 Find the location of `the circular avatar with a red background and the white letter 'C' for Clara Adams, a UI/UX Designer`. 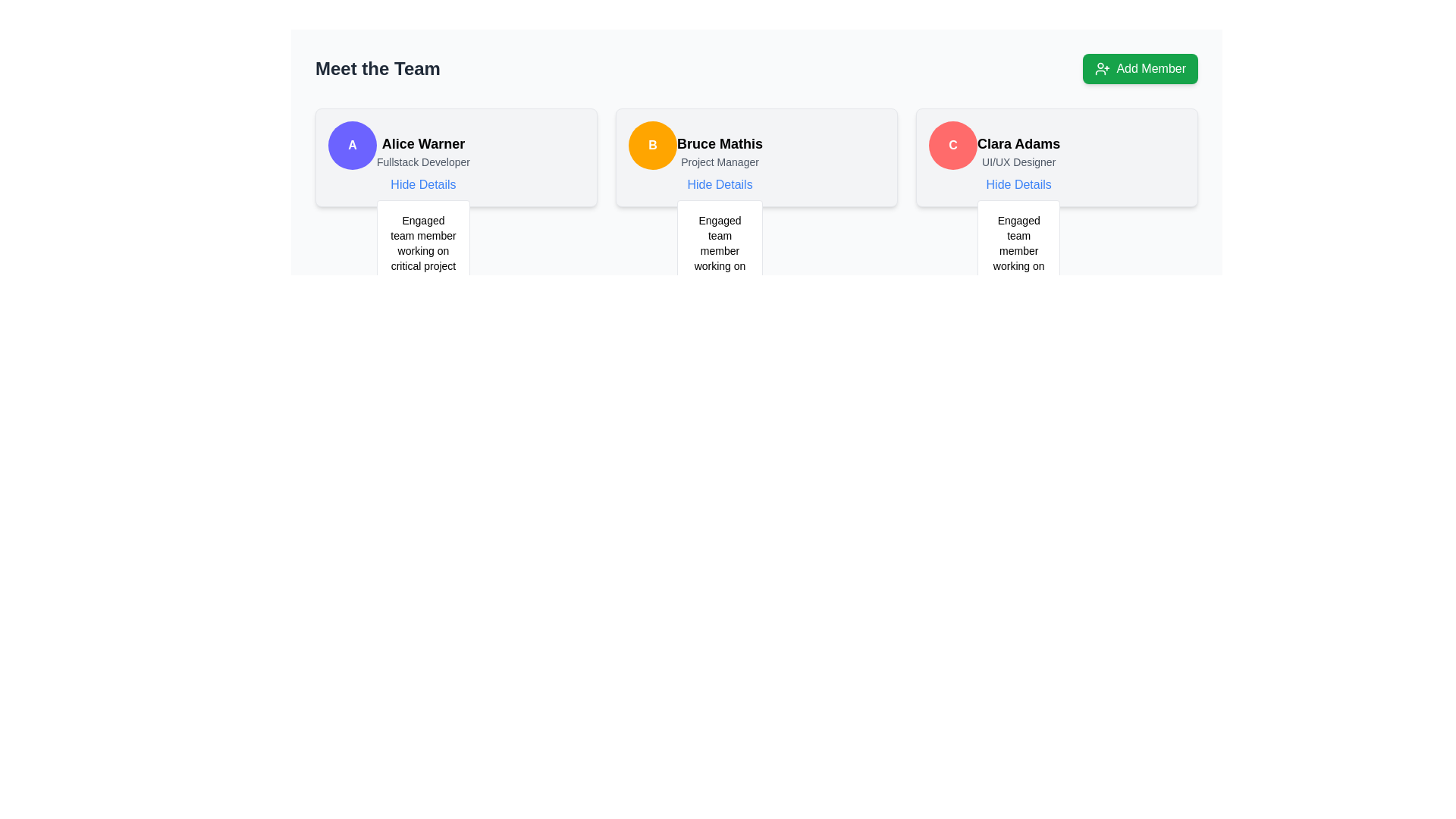

the circular avatar with a red background and the white letter 'C' for Clara Adams, a UI/UX Designer is located at coordinates (952, 146).